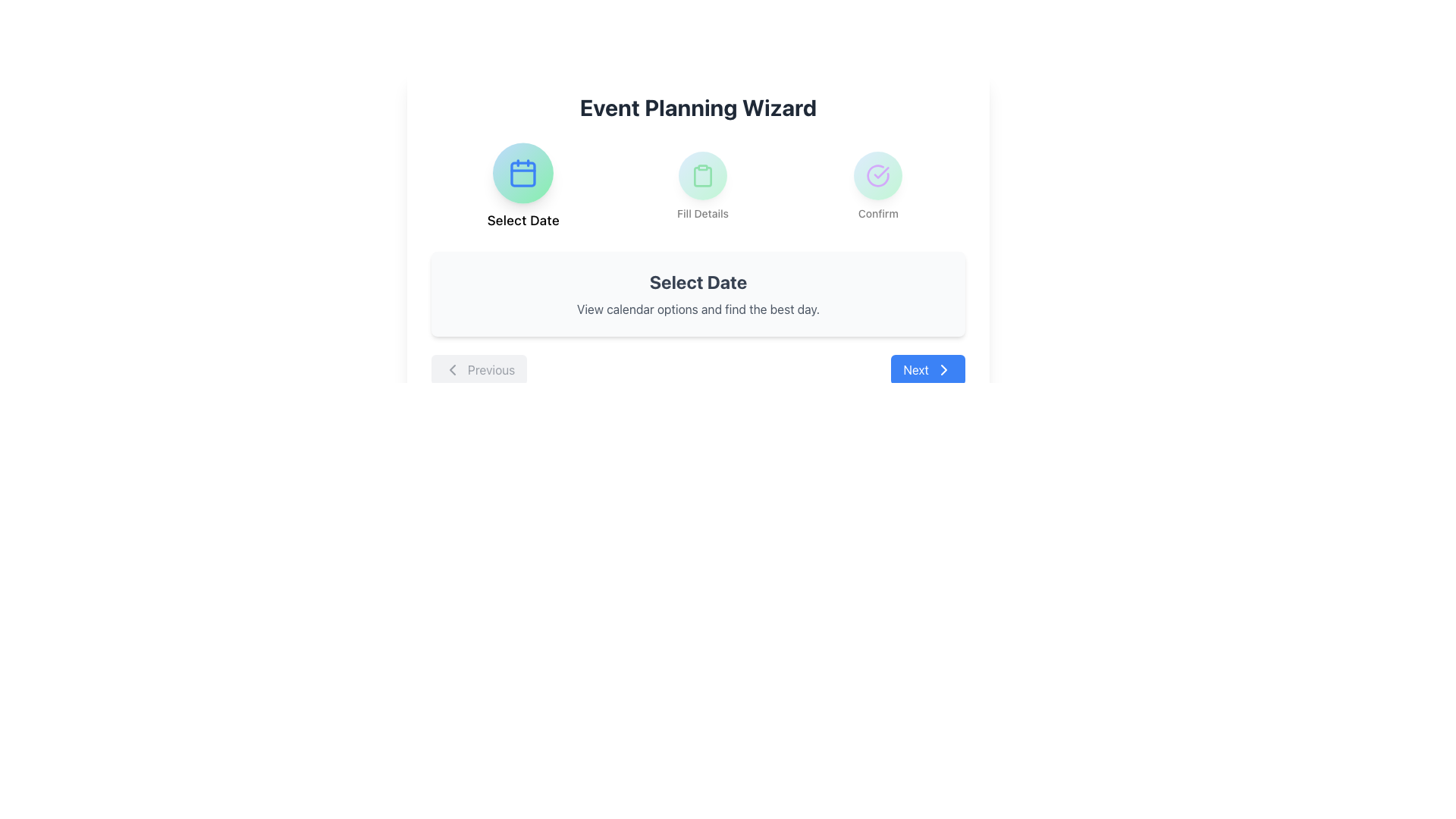 This screenshot has height=819, width=1456. What do you see at coordinates (522, 186) in the screenshot?
I see `the leftmost Option button labeled 'Select Date' in the Event Planning Wizard` at bounding box center [522, 186].